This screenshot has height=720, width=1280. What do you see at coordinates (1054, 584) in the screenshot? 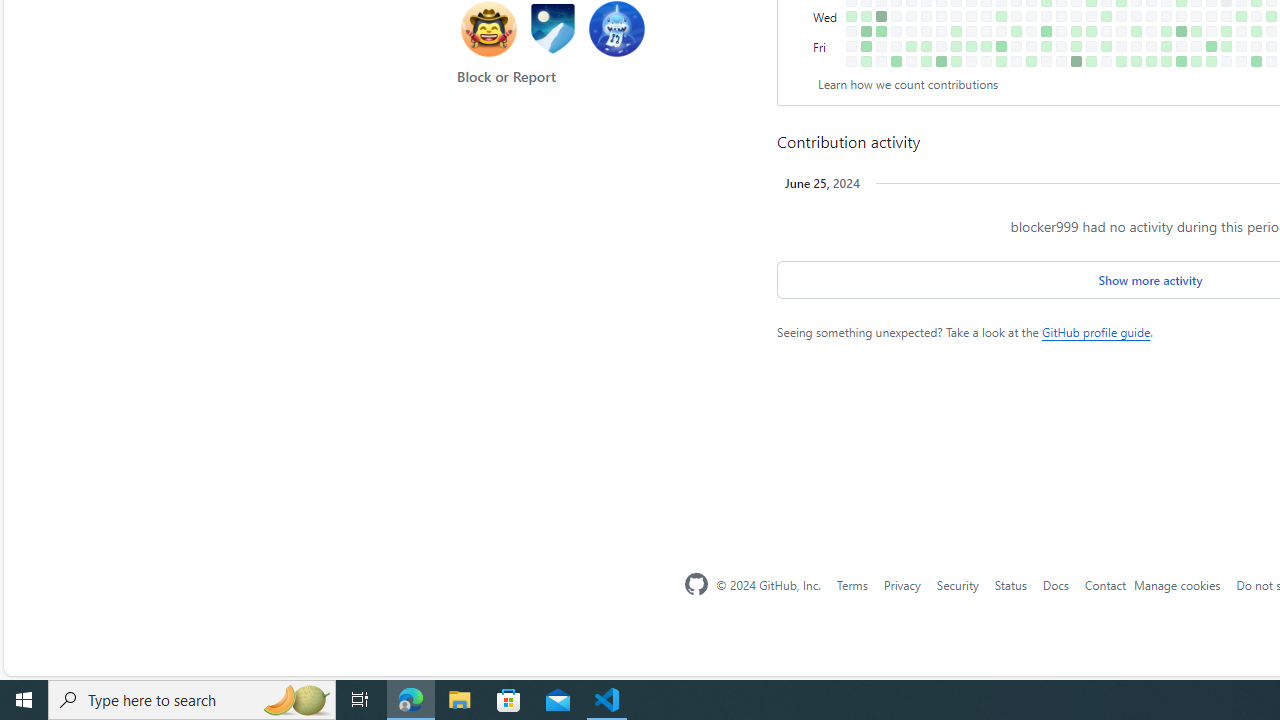
I see `'Docs'` at bounding box center [1054, 584].